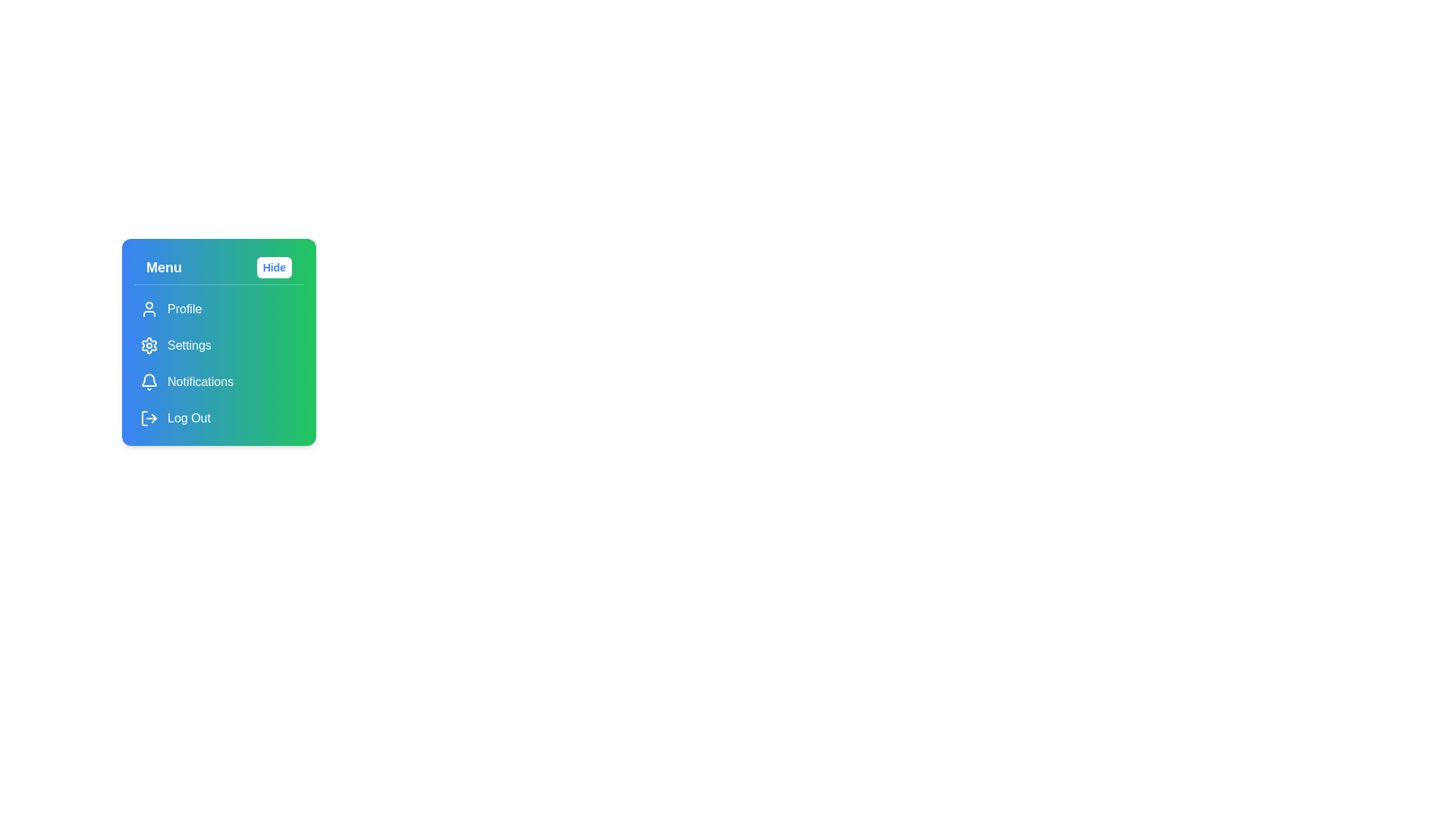  I want to click on the 'Notifications' button, which is the third option in the vertical menu list, so click(218, 381).